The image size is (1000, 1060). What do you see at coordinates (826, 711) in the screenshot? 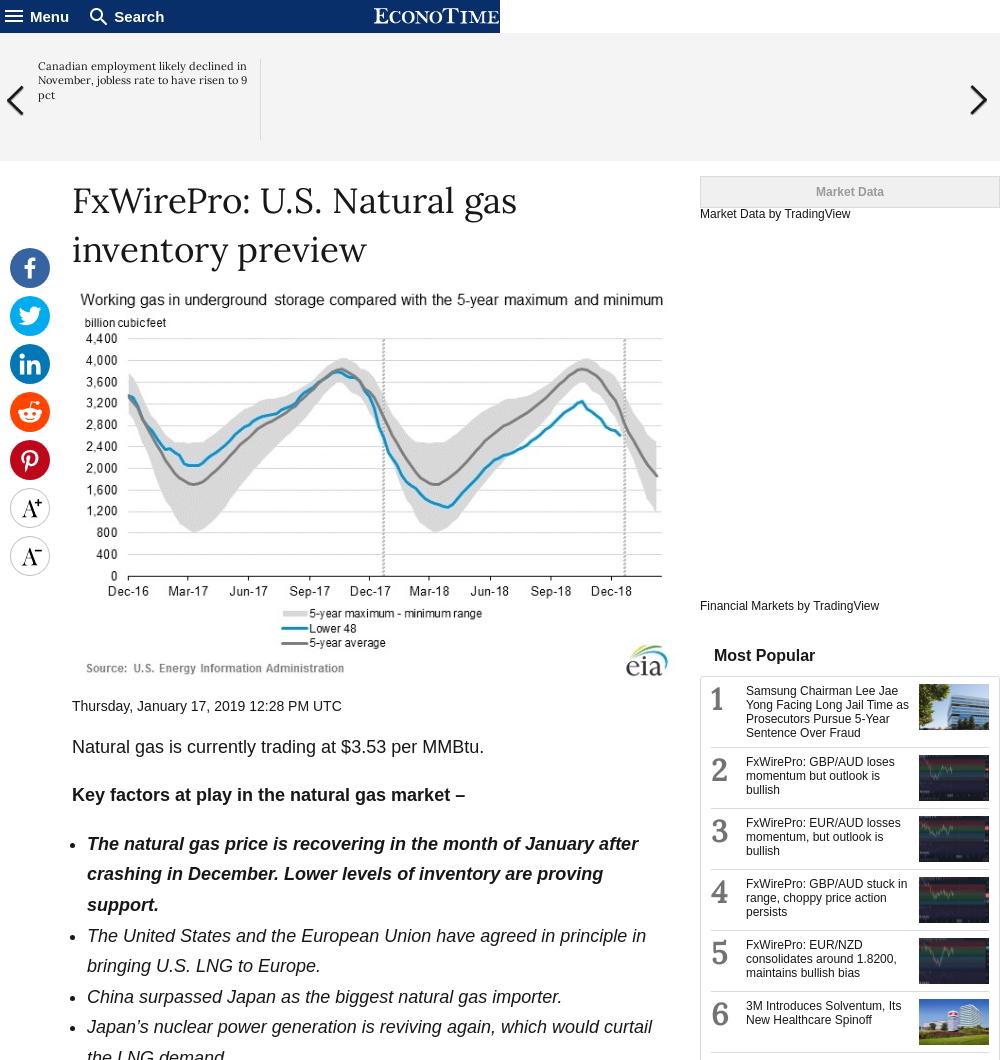
I see `'Samsung Chairman Lee Jae Yong Facing Long Jail Time as Prosecutors Pursue 5-Year Sentence Over Fraud'` at bounding box center [826, 711].